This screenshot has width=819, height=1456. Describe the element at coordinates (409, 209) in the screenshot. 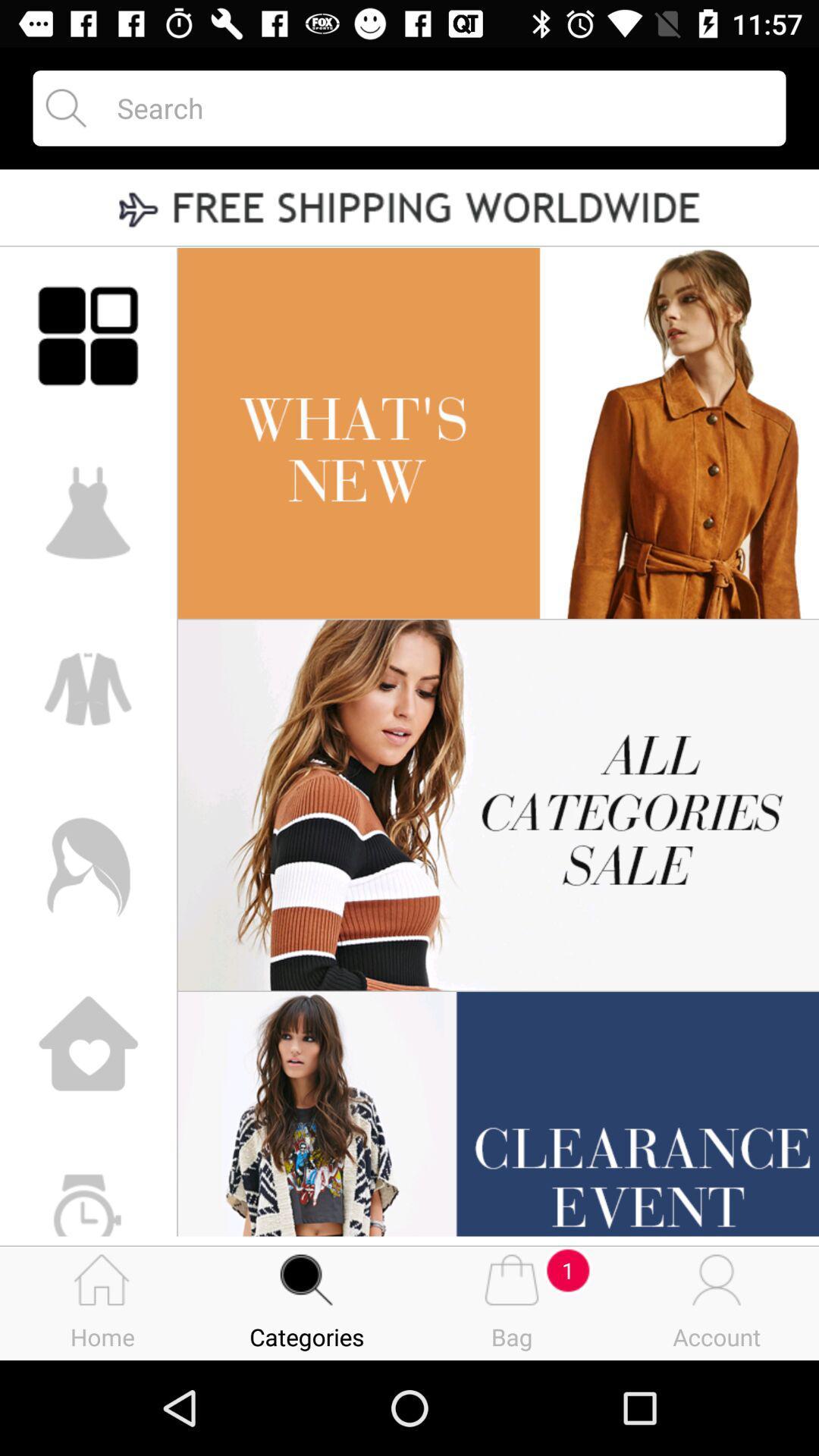

I see `free shipping worldwide link` at that location.